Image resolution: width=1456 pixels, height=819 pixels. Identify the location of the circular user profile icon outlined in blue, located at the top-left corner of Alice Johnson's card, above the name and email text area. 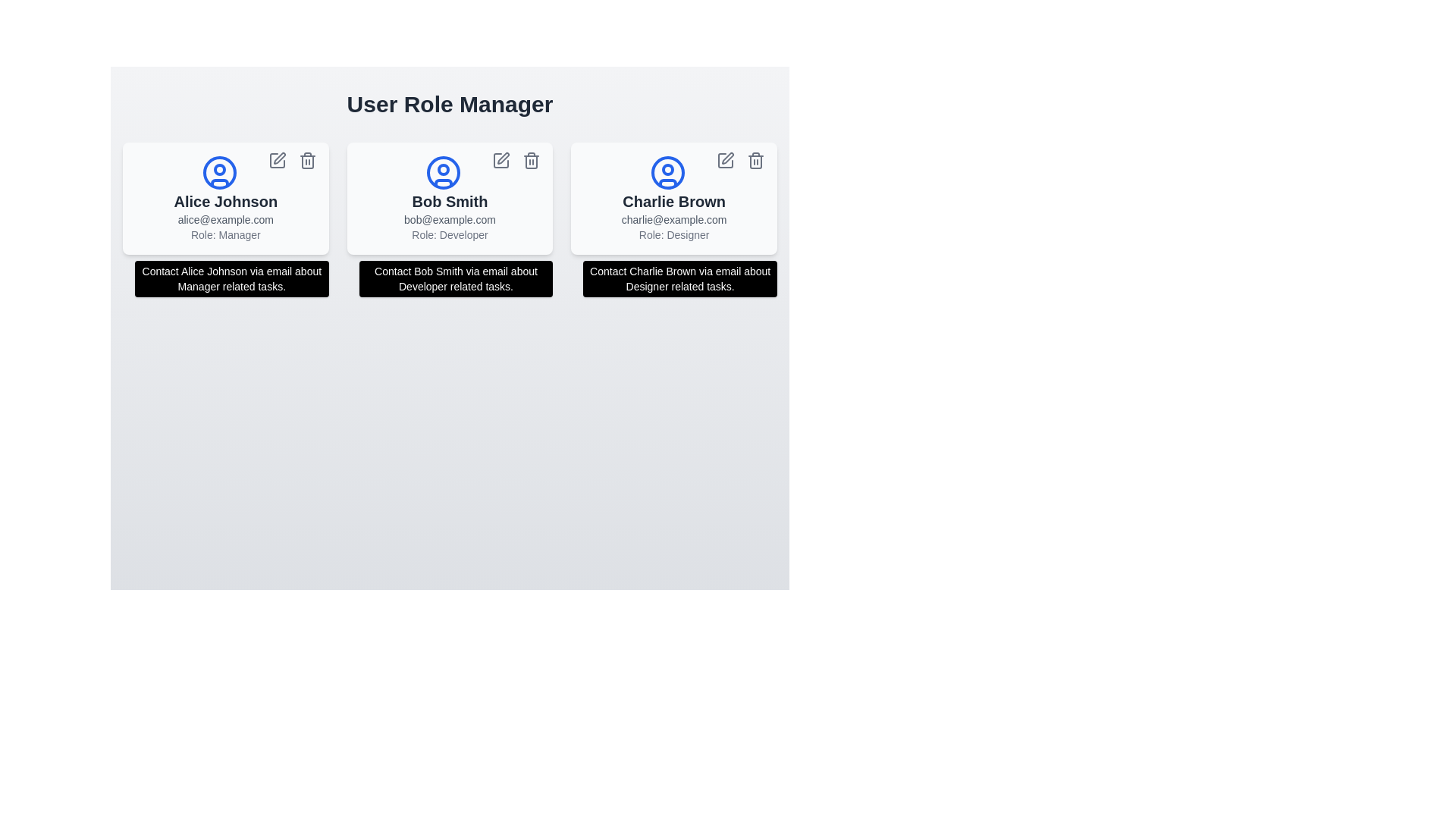
(218, 171).